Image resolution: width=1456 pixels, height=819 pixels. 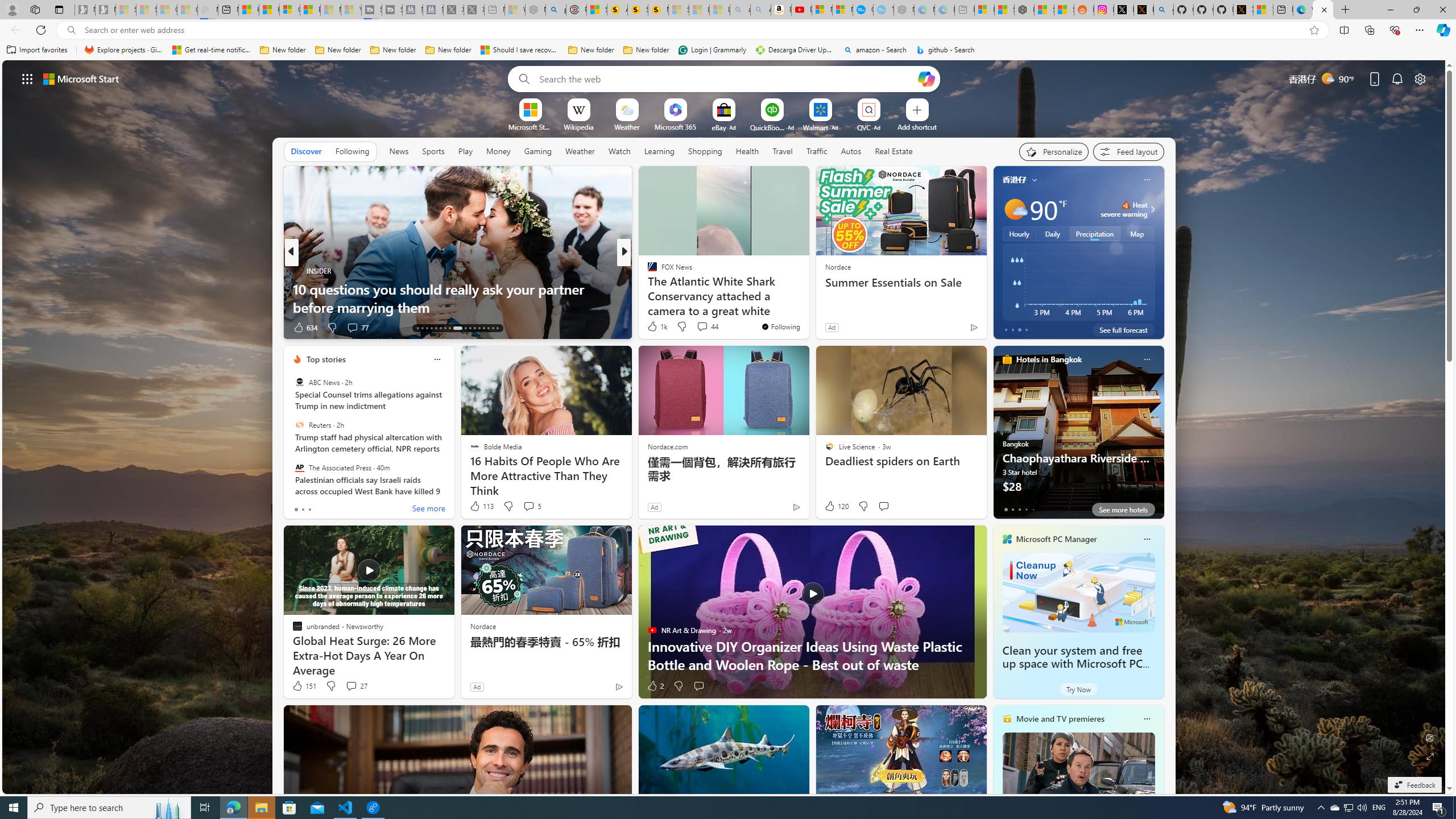 I want to click on 'Health', so click(x=746, y=151).